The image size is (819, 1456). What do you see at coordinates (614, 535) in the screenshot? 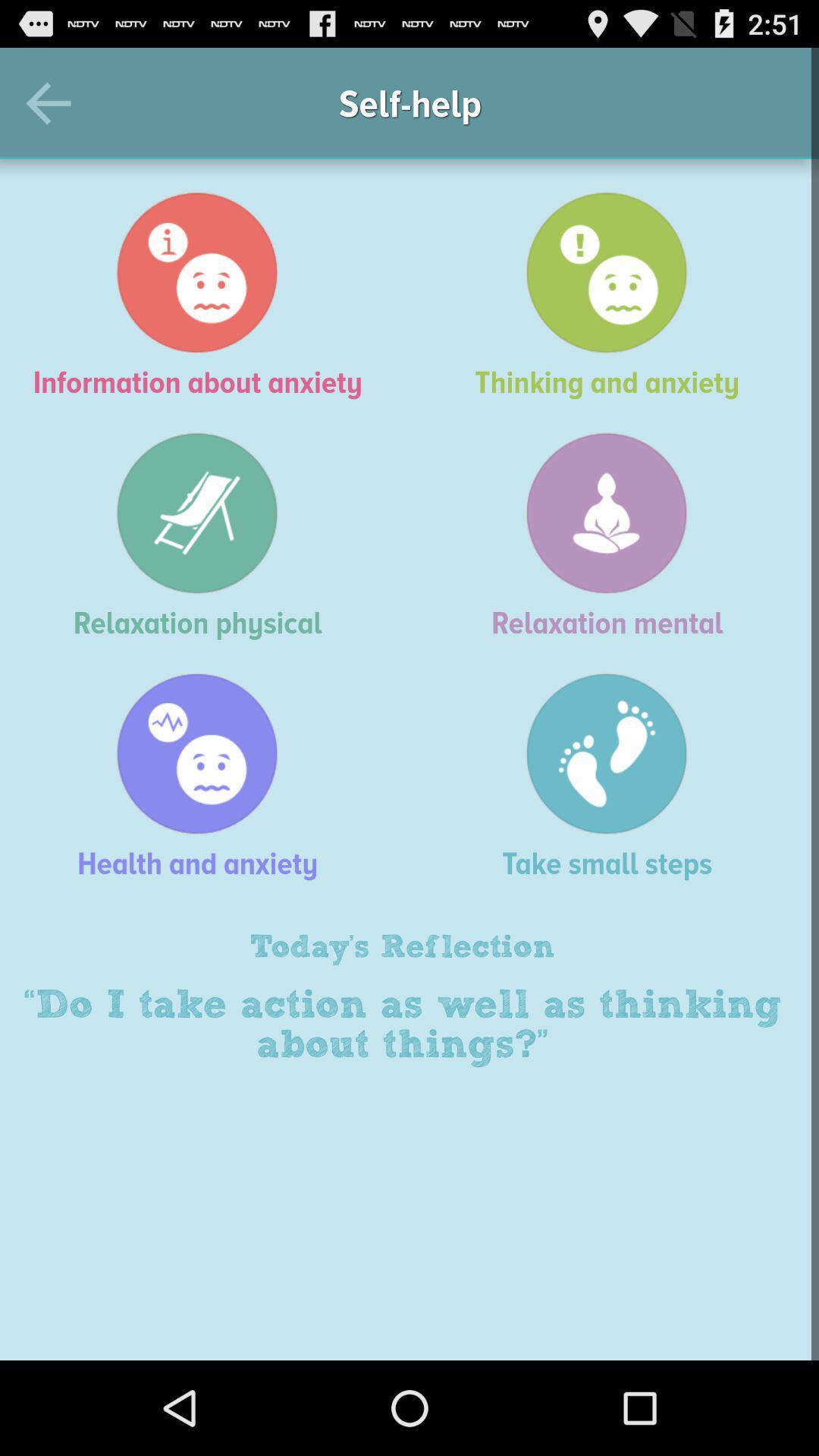
I see `the item next to relaxation physical item` at bounding box center [614, 535].